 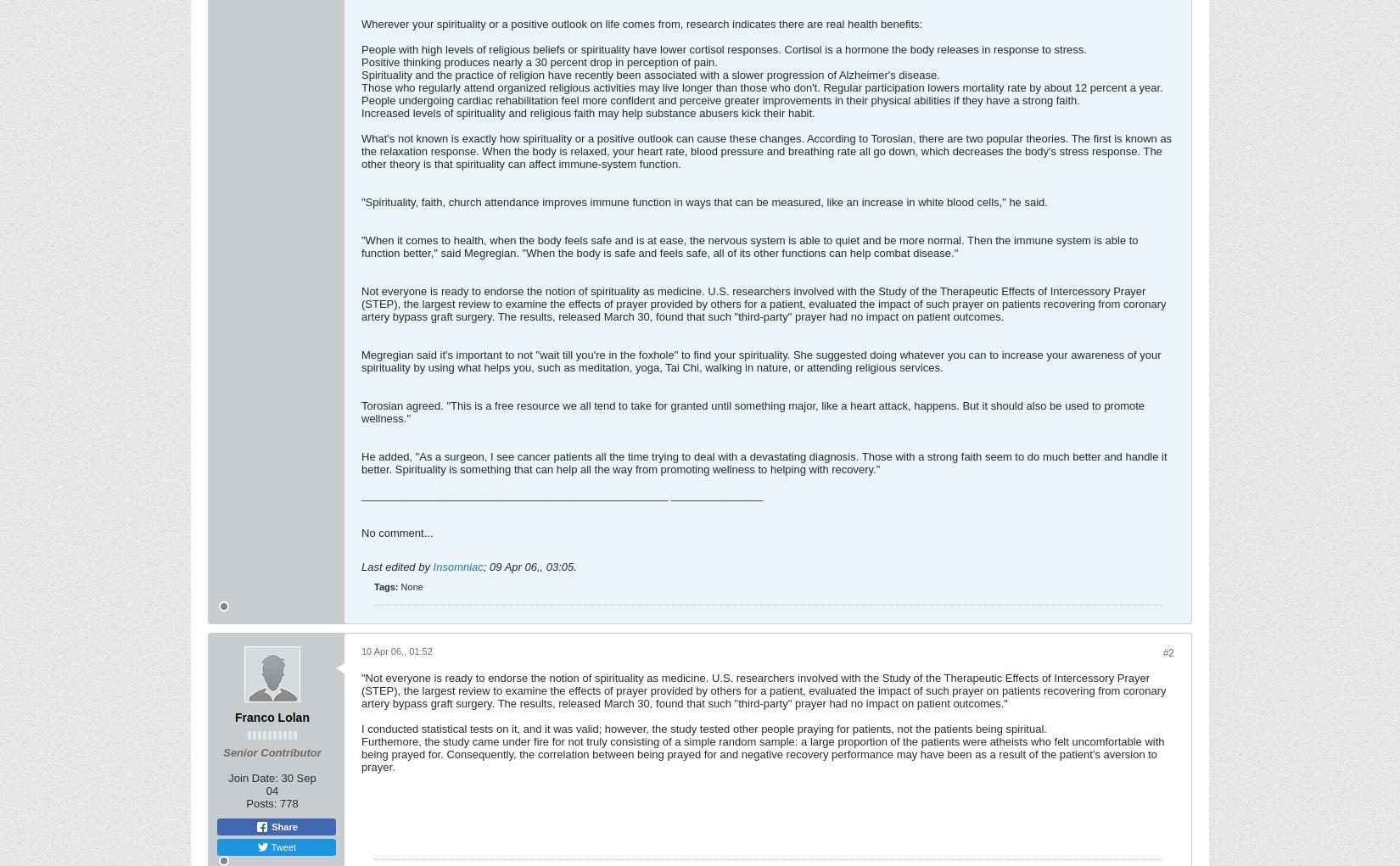 I want to click on '#2', so click(x=1167, y=652).